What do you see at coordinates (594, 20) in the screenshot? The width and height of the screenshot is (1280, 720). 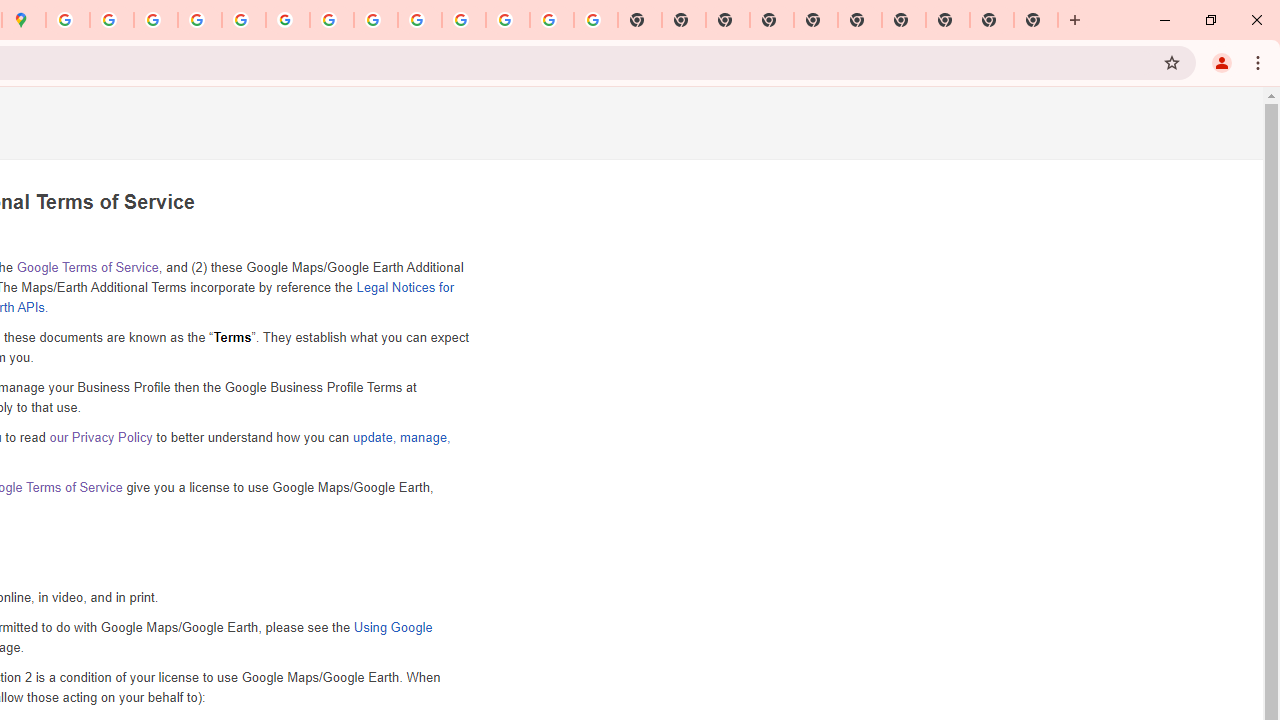 I see `'Google Images'` at bounding box center [594, 20].